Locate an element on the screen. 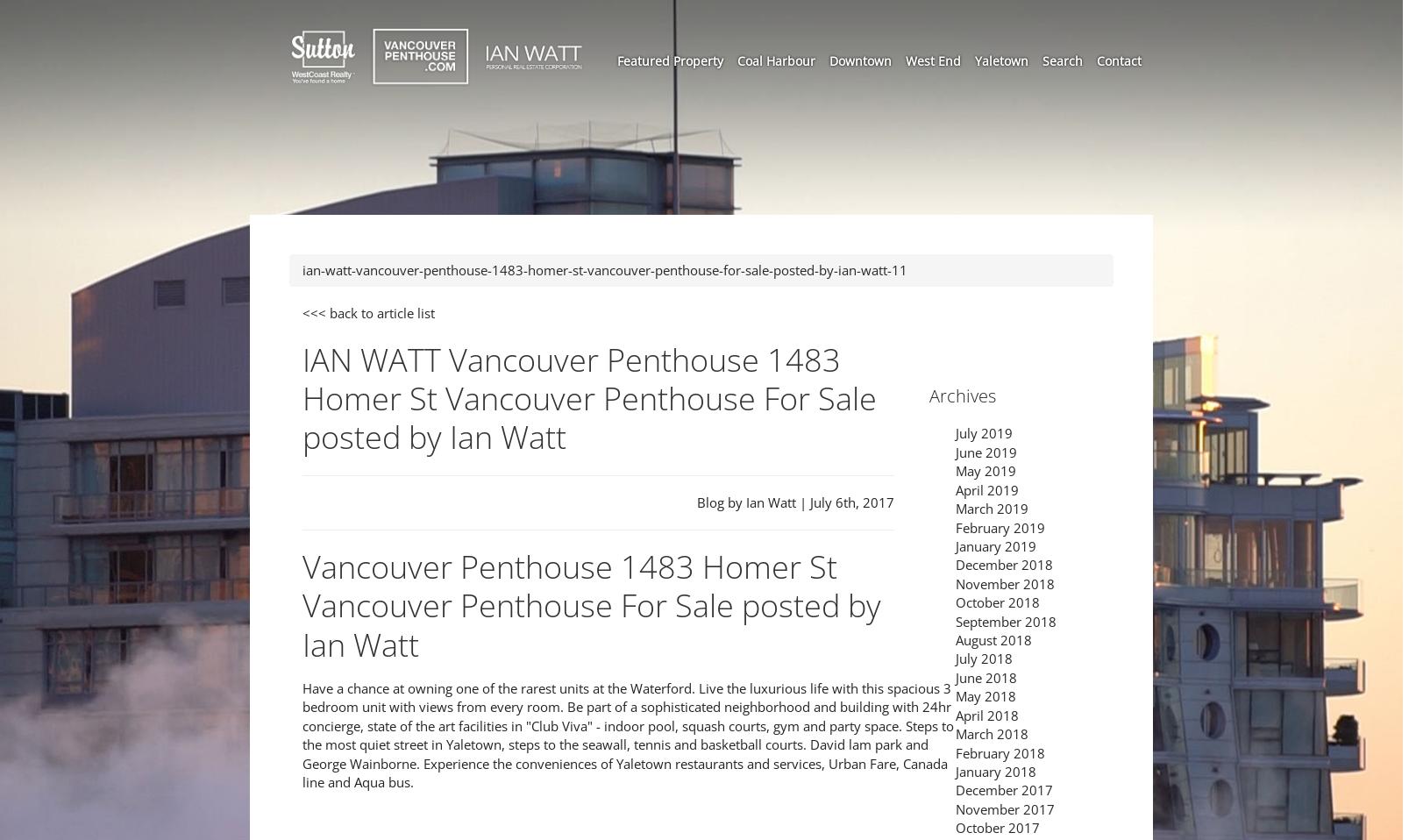 The image size is (1416, 840). 'June 2019' is located at coordinates (986, 451).